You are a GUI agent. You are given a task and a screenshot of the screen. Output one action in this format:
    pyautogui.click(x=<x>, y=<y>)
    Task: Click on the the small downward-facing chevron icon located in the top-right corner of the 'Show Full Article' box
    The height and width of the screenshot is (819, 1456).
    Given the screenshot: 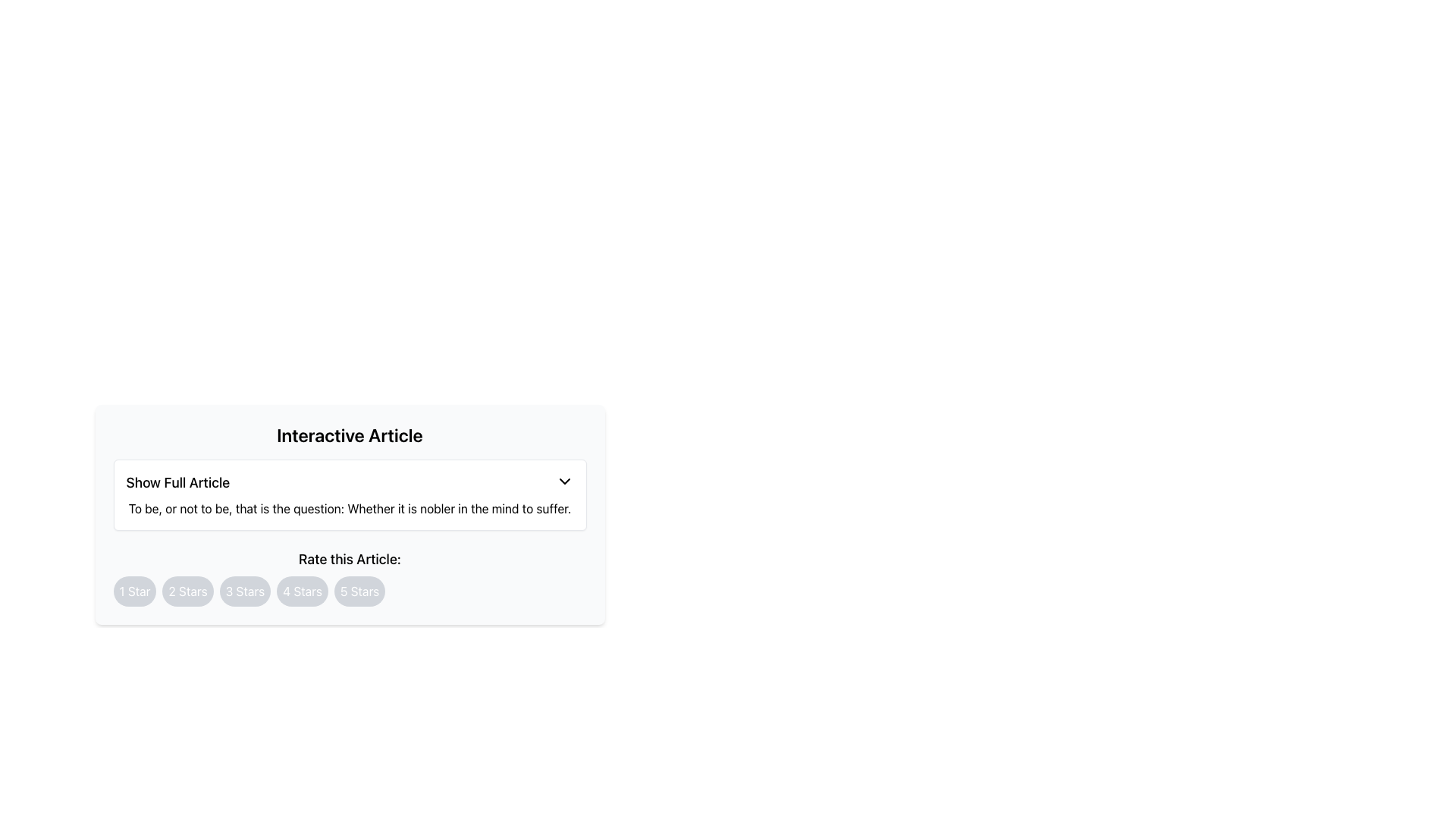 What is the action you would take?
    pyautogui.click(x=563, y=482)
    